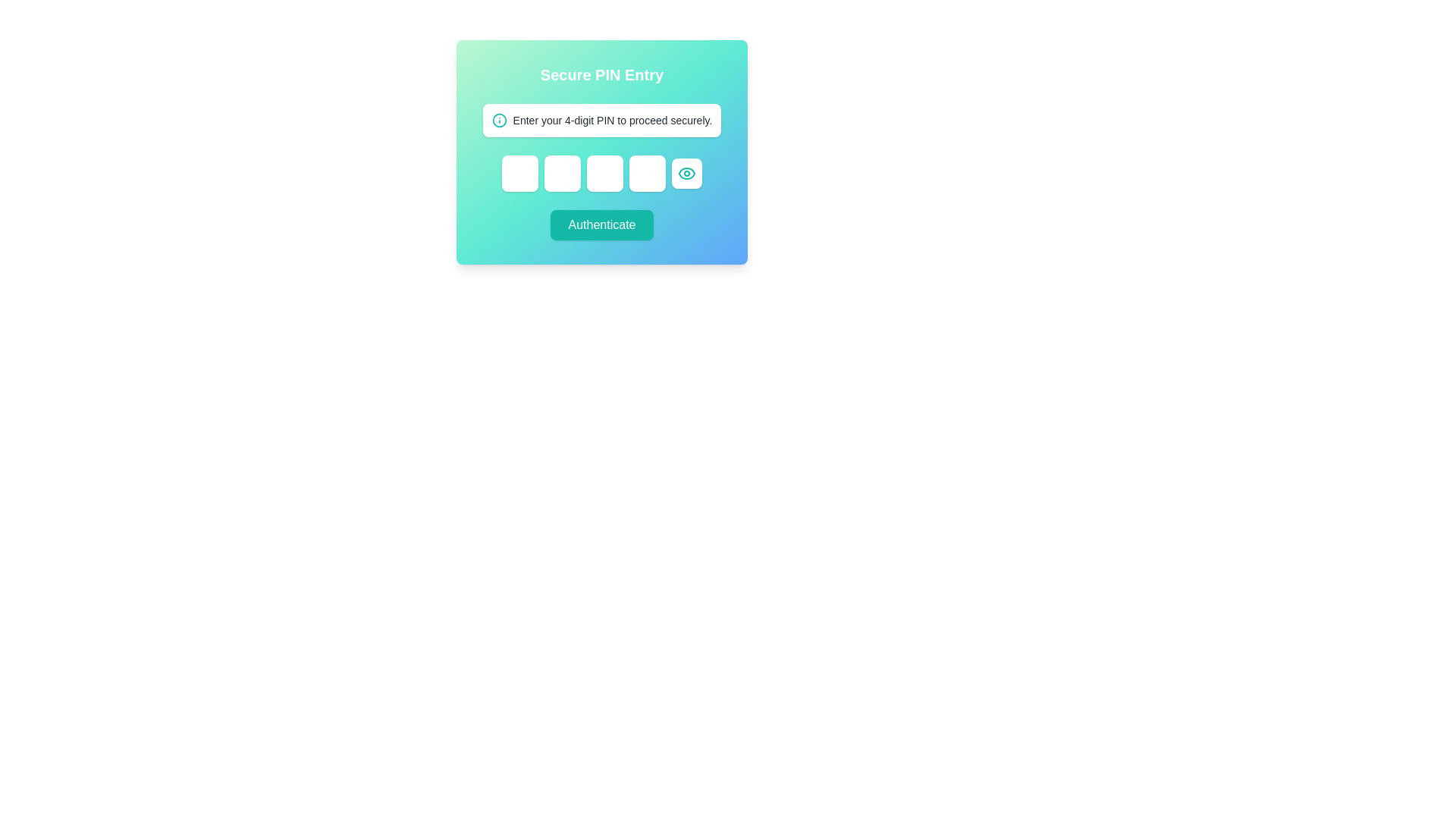  Describe the element at coordinates (499, 119) in the screenshot. I see `the informational icon located to the immediate left of the text 'Enter your 4-digit PIN to proceed securely.' within the notification box` at that location.